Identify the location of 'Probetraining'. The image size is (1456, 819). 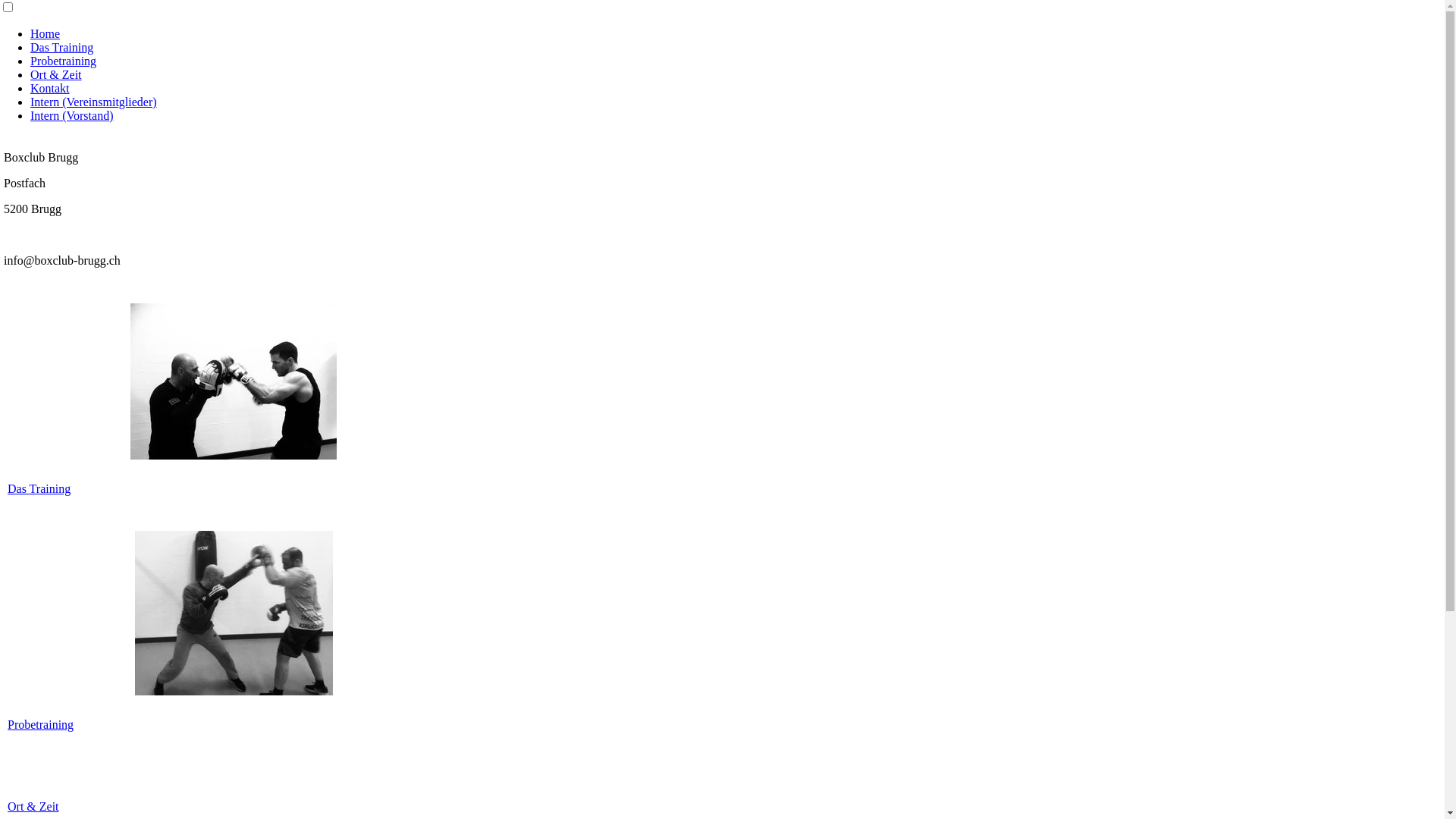
(40, 723).